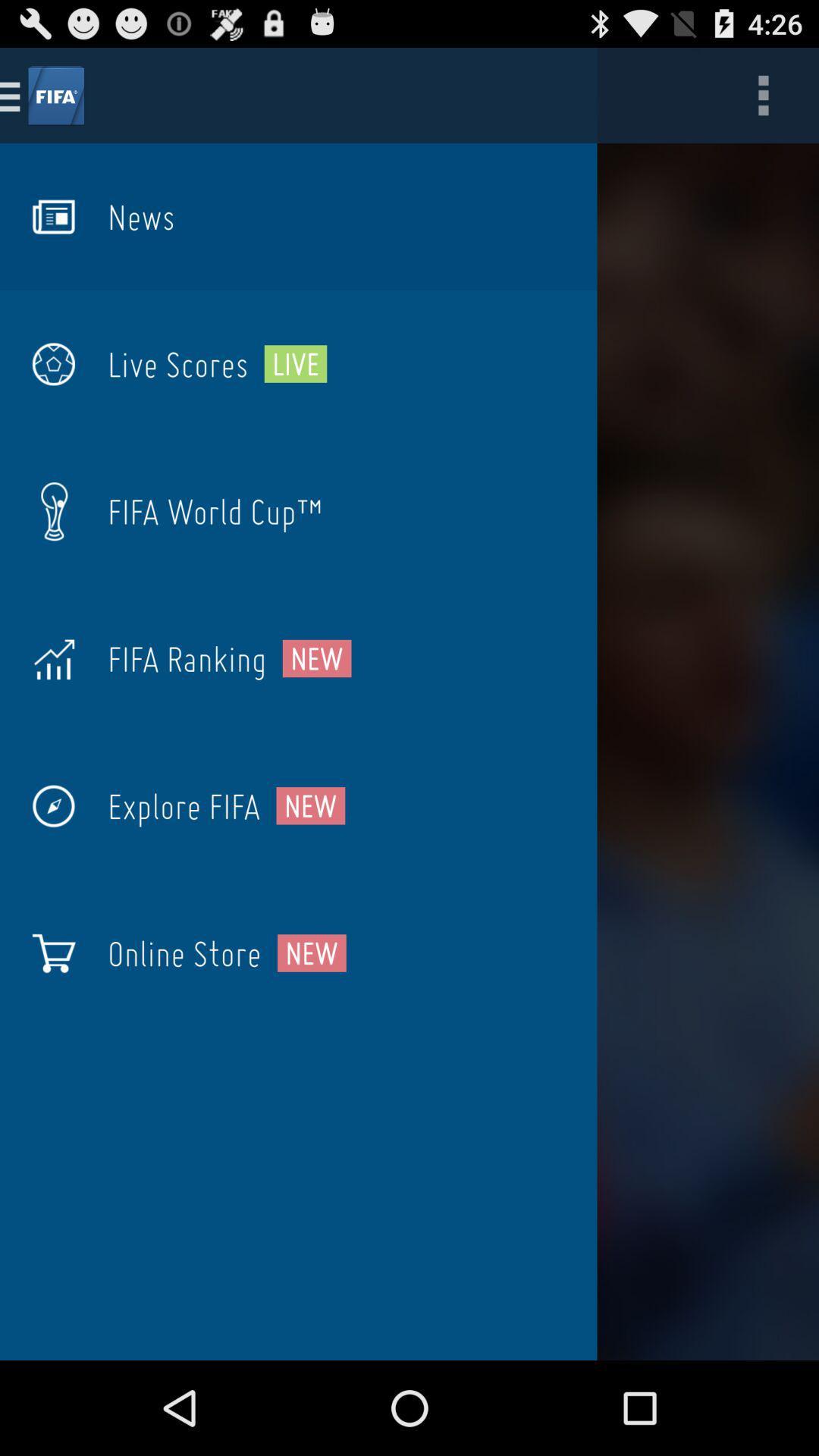  Describe the element at coordinates (186, 658) in the screenshot. I see `the fifa ranking icon` at that location.